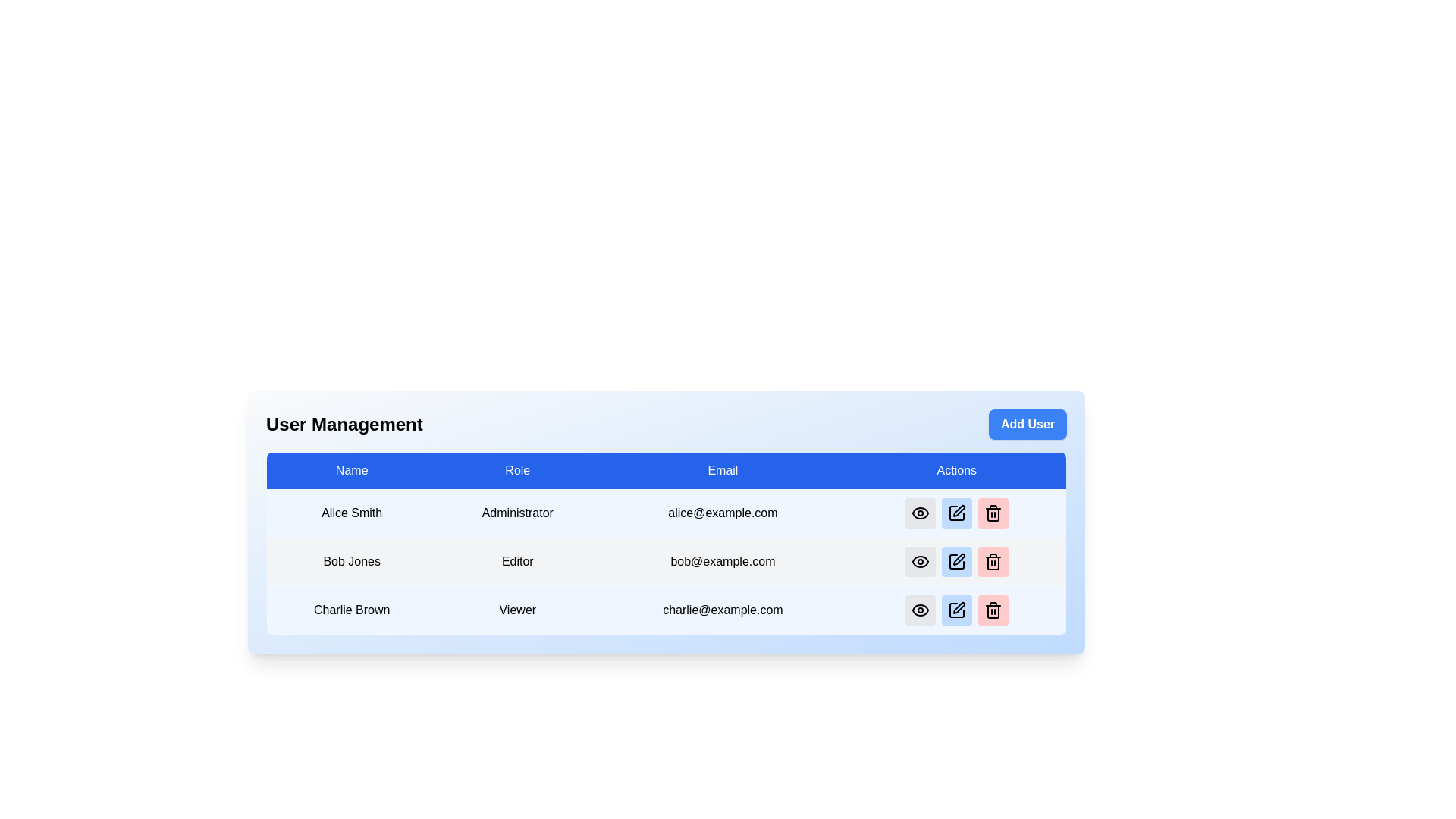 The width and height of the screenshot is (1456, 819). What do you see at coordinates (955, 561) in the screenshot?
I see `the edit button with a light blue background and a pen icon, located in the second row of the user management table for user 'Bob Jones', to initiate the edit action` at bounding box center [955, 561].